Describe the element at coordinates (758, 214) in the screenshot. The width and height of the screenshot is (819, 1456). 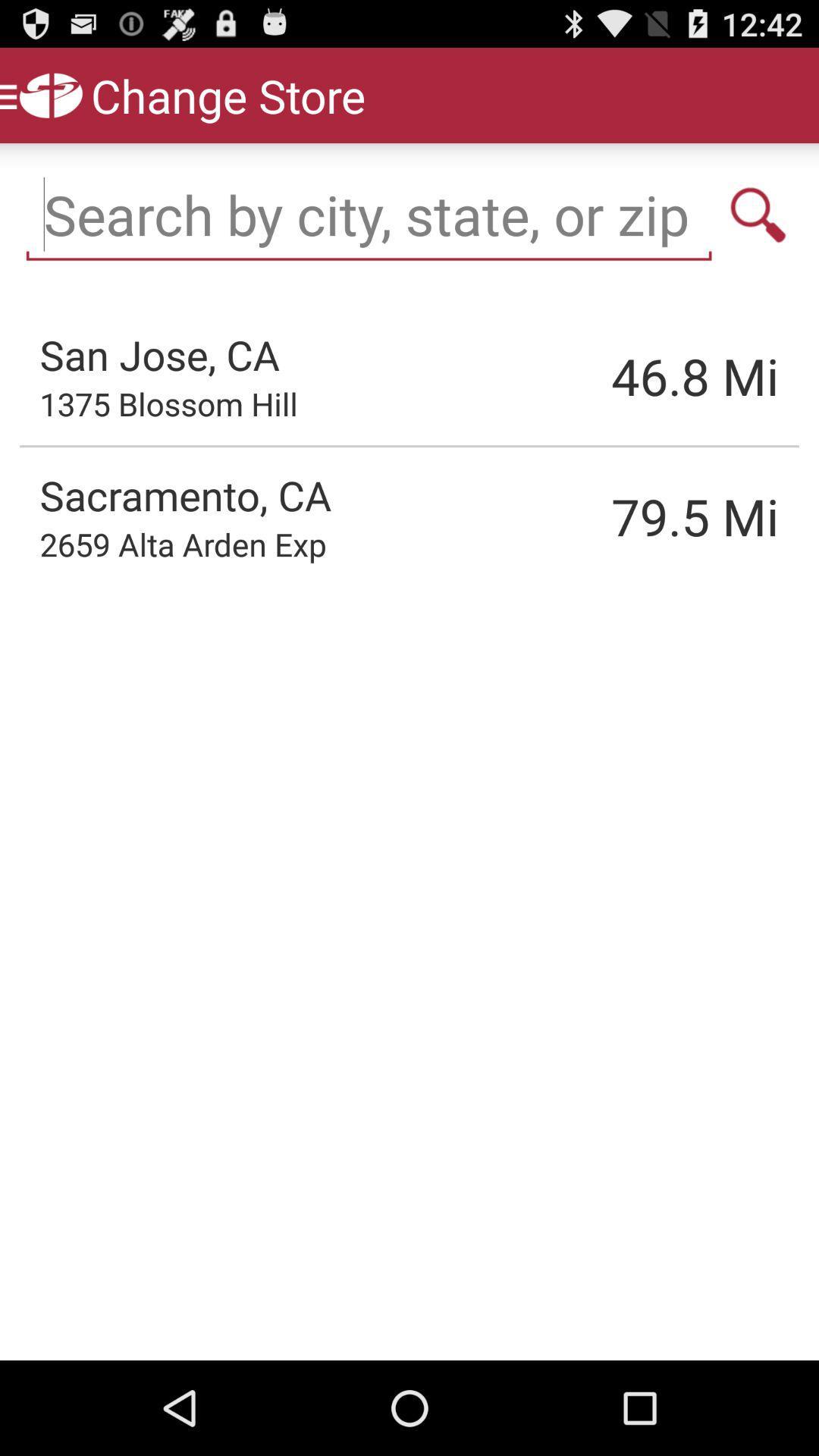
I see `search entry` at that location.